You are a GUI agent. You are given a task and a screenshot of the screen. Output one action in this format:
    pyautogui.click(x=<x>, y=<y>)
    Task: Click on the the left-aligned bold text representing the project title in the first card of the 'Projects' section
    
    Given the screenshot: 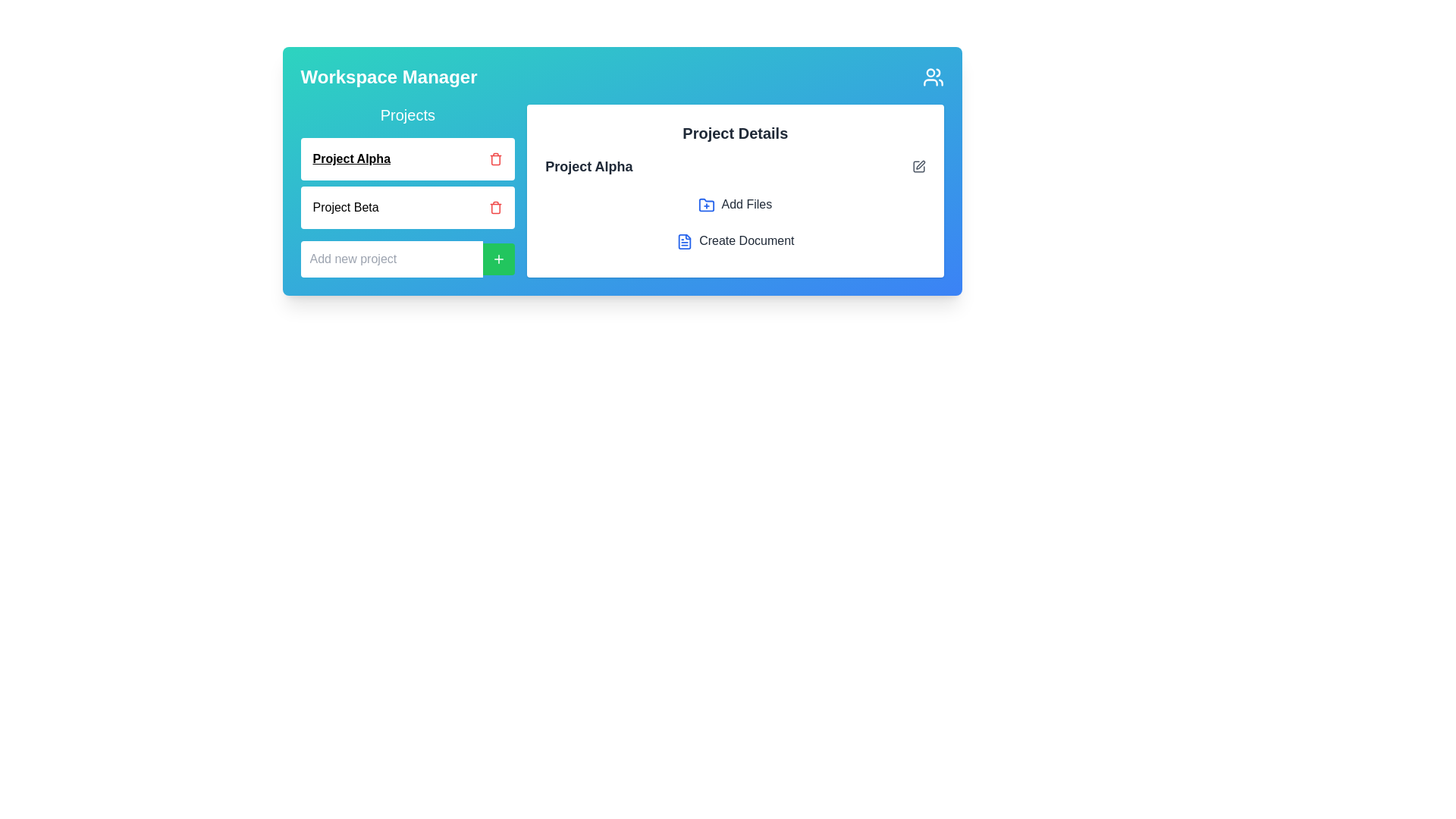 What is the action you would take?
    pyautogui.click(x=350, y=158)
    